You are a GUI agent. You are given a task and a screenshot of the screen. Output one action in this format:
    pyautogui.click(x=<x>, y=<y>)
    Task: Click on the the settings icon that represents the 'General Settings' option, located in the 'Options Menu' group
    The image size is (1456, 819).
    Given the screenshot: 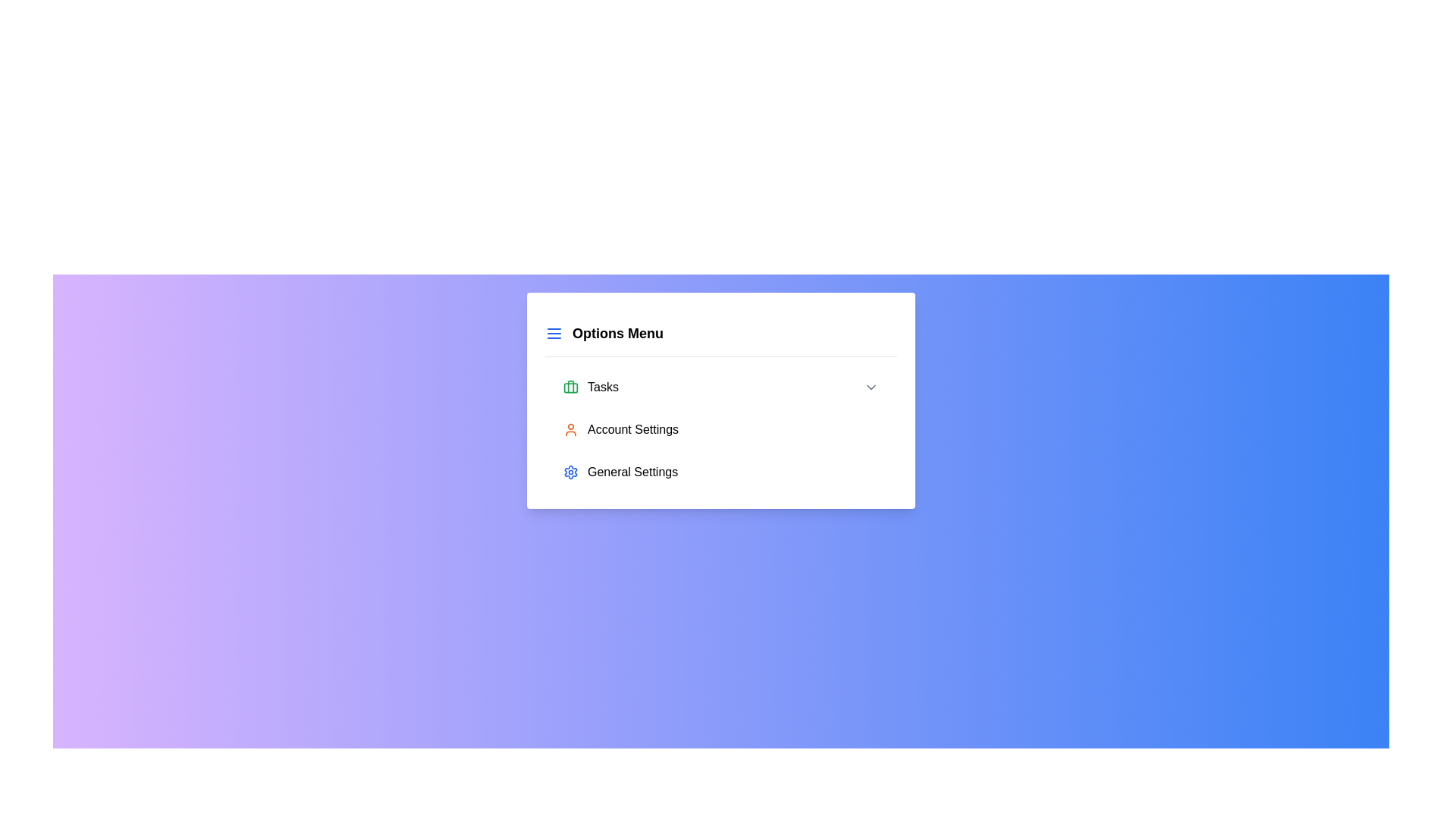 What is the action you would take?
    pyautogui.click(x=570, y=472)
    